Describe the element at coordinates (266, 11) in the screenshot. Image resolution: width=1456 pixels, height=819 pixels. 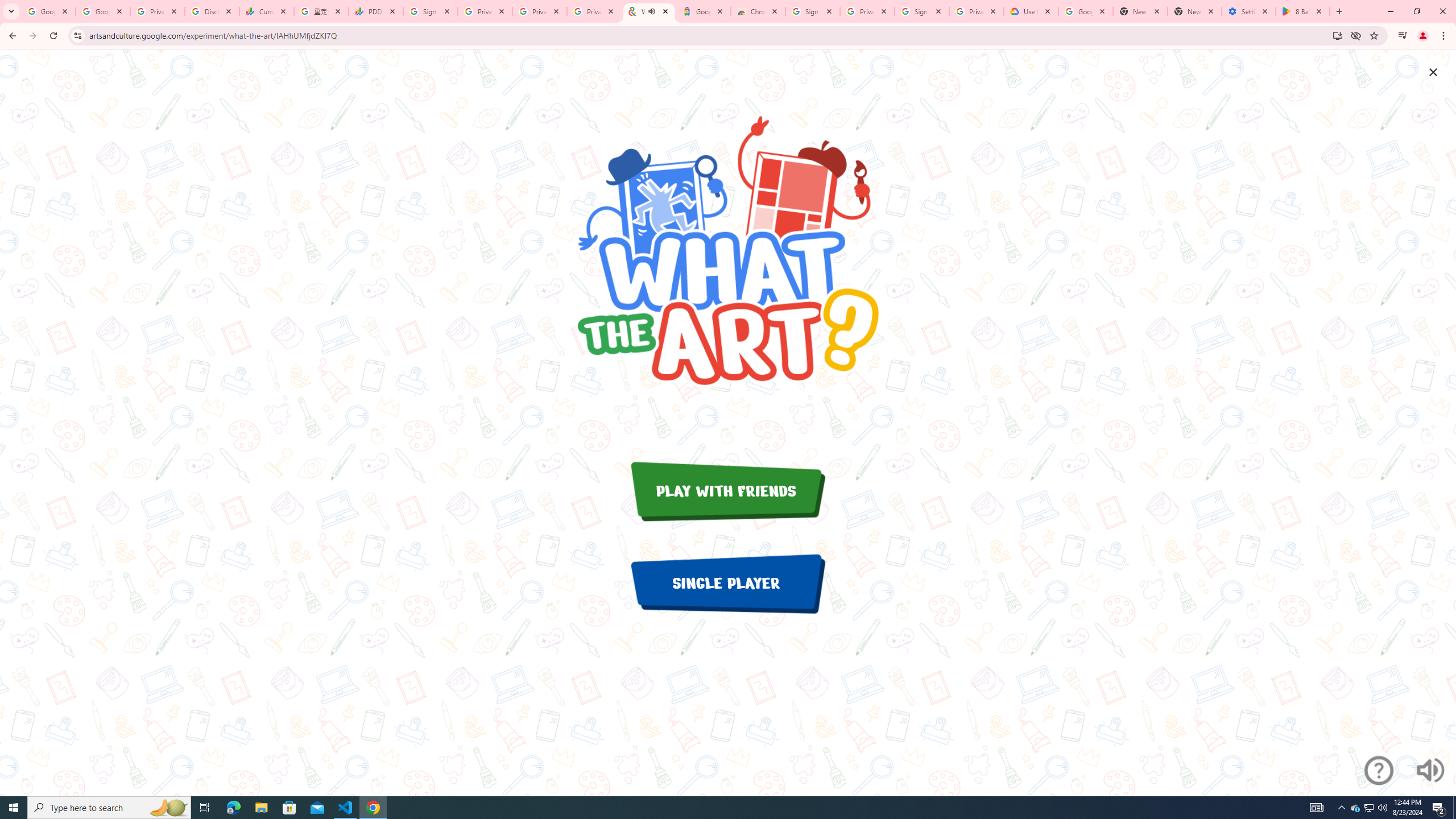
I see `'Currencies - Google Finance'` at that location.